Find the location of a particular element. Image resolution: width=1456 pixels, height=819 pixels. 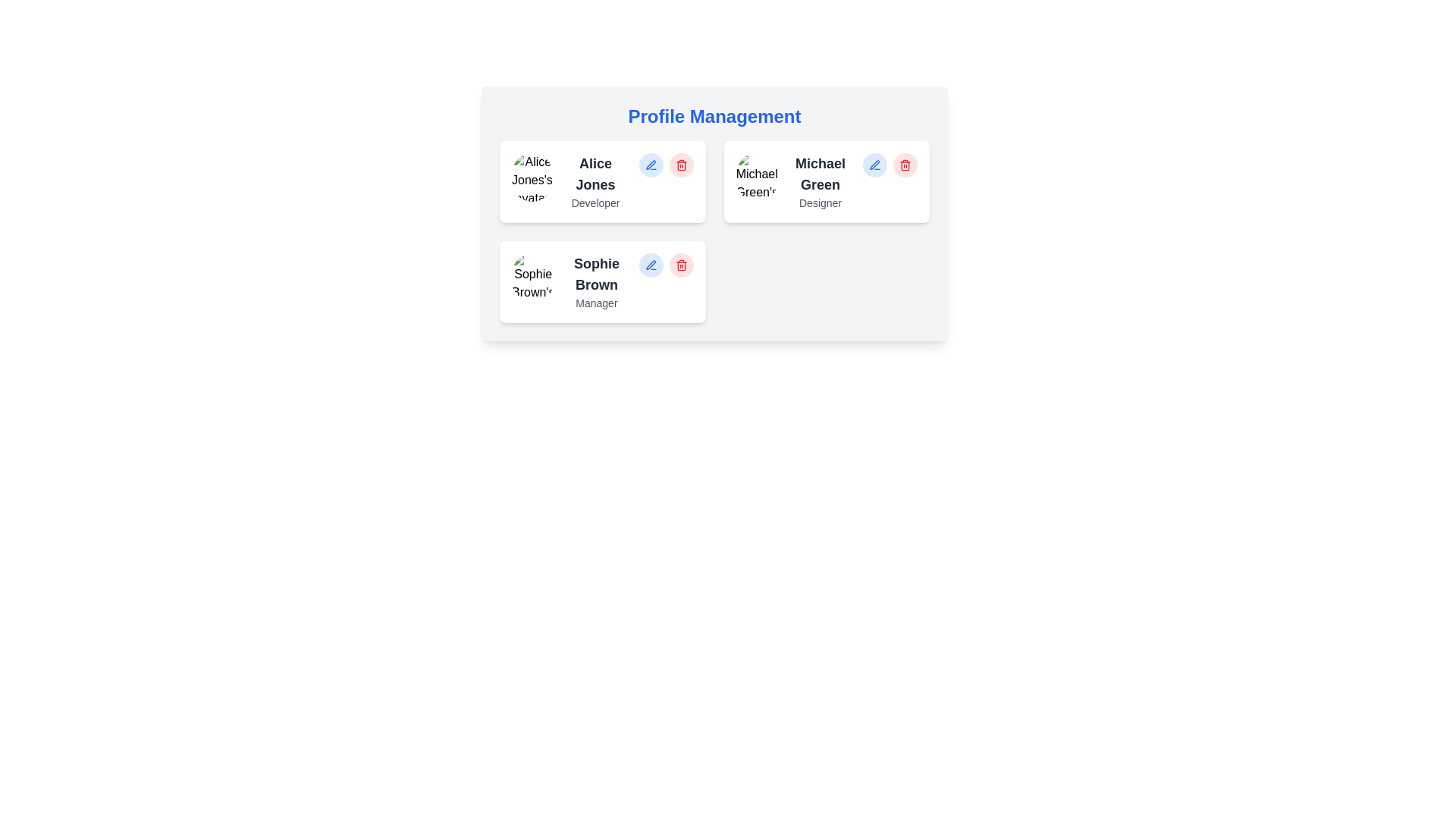

the name display text label located on the third profile card in the Profile Management layout, positioned in the bottom left corner of the grid is located at coordinates (596, 275).